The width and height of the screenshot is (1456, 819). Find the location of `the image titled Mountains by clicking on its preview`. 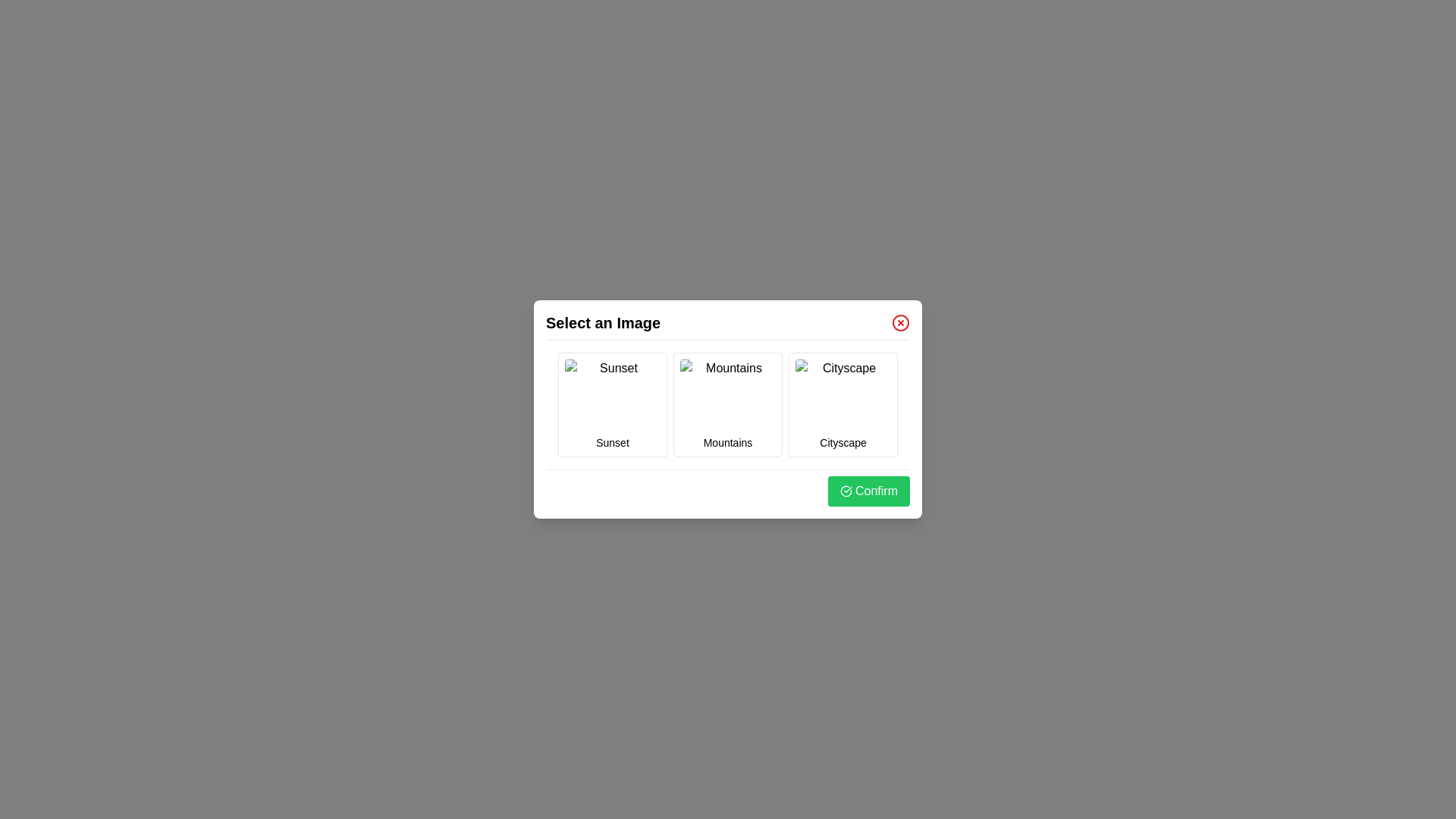

the image titled Mountains by clicking on its preview is located at coordinates (728, 394).